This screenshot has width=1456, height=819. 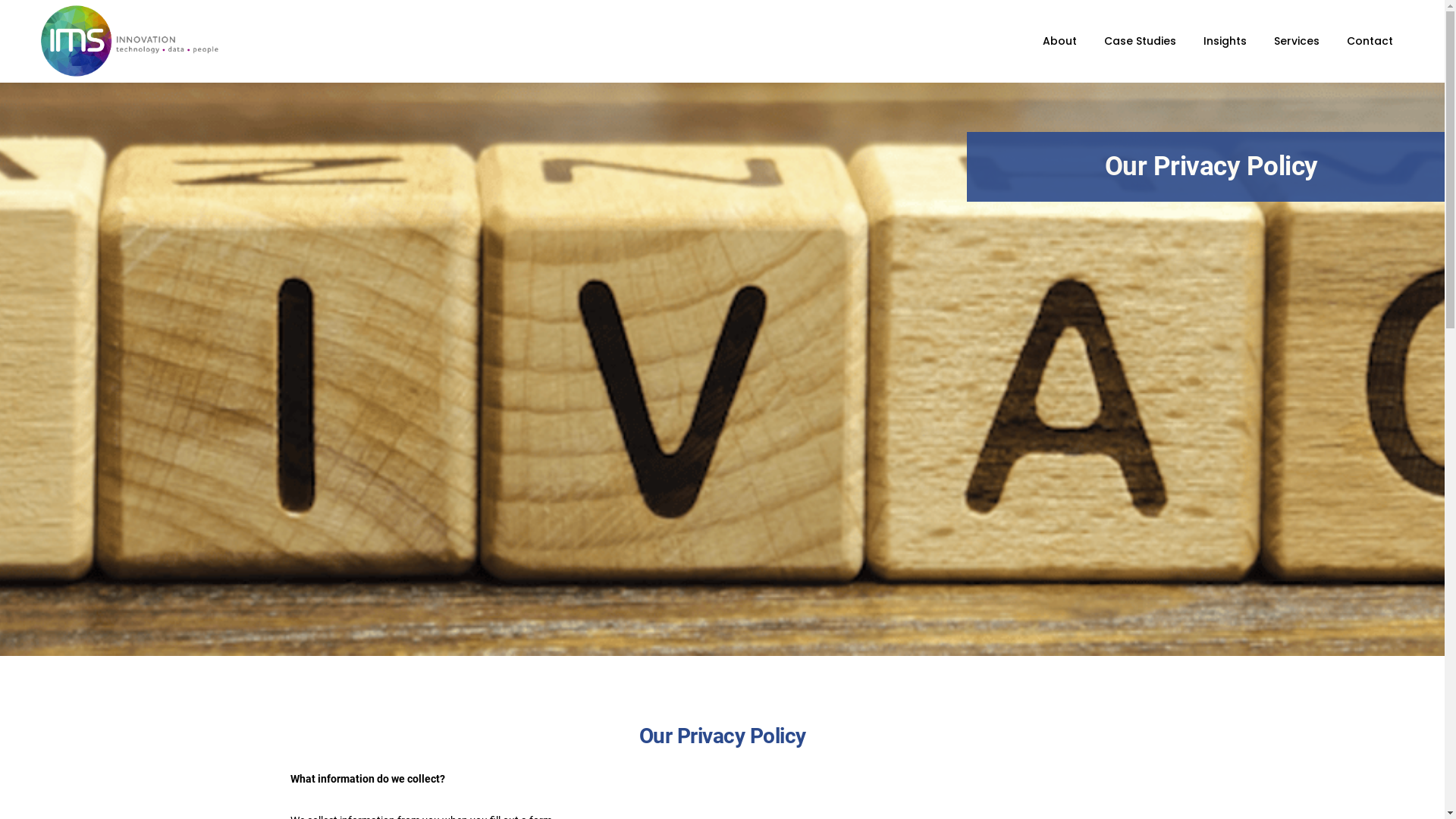 What do you see at coordinates (1274, 40) in the screenshot?
I see `'Services'` at bounding box center [1274, 40].